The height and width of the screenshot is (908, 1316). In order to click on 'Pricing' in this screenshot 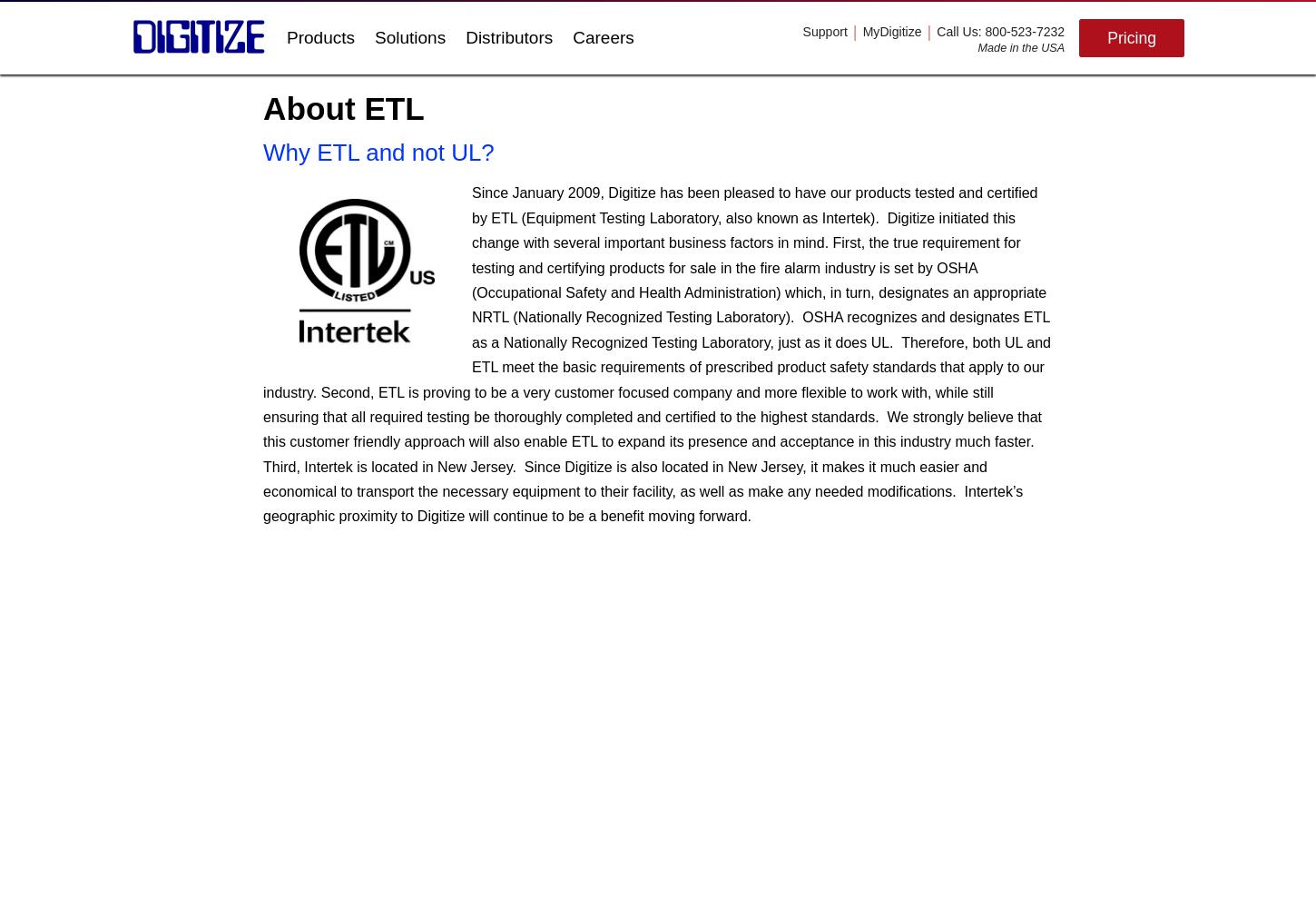, I will do `click(1132, 37)`.